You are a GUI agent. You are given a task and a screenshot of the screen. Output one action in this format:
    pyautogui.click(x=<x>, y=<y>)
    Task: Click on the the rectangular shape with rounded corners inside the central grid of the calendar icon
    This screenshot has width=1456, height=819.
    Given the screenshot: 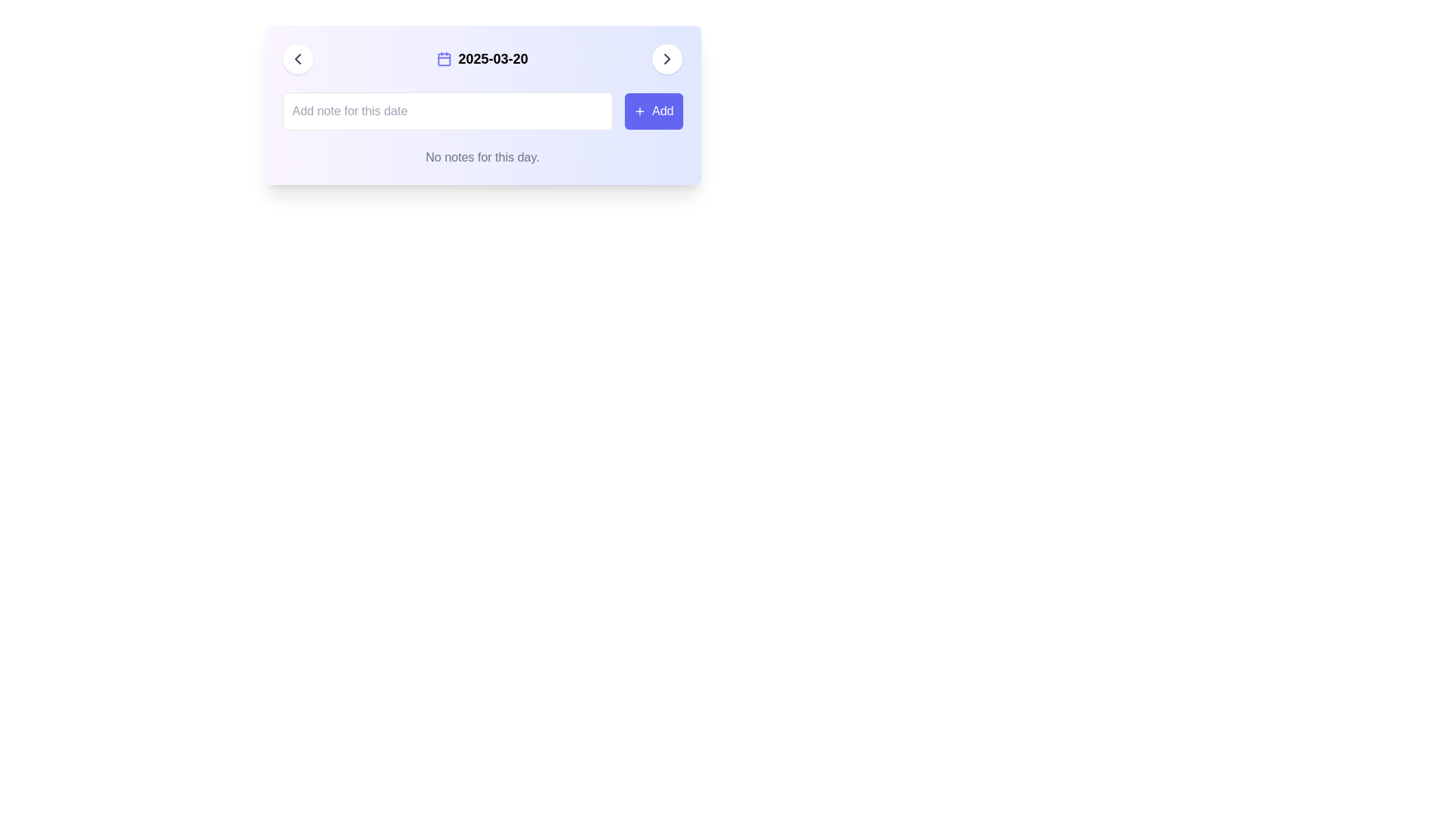 What is the action you would take?
    pyautogui.click(x=444, y=58)
    